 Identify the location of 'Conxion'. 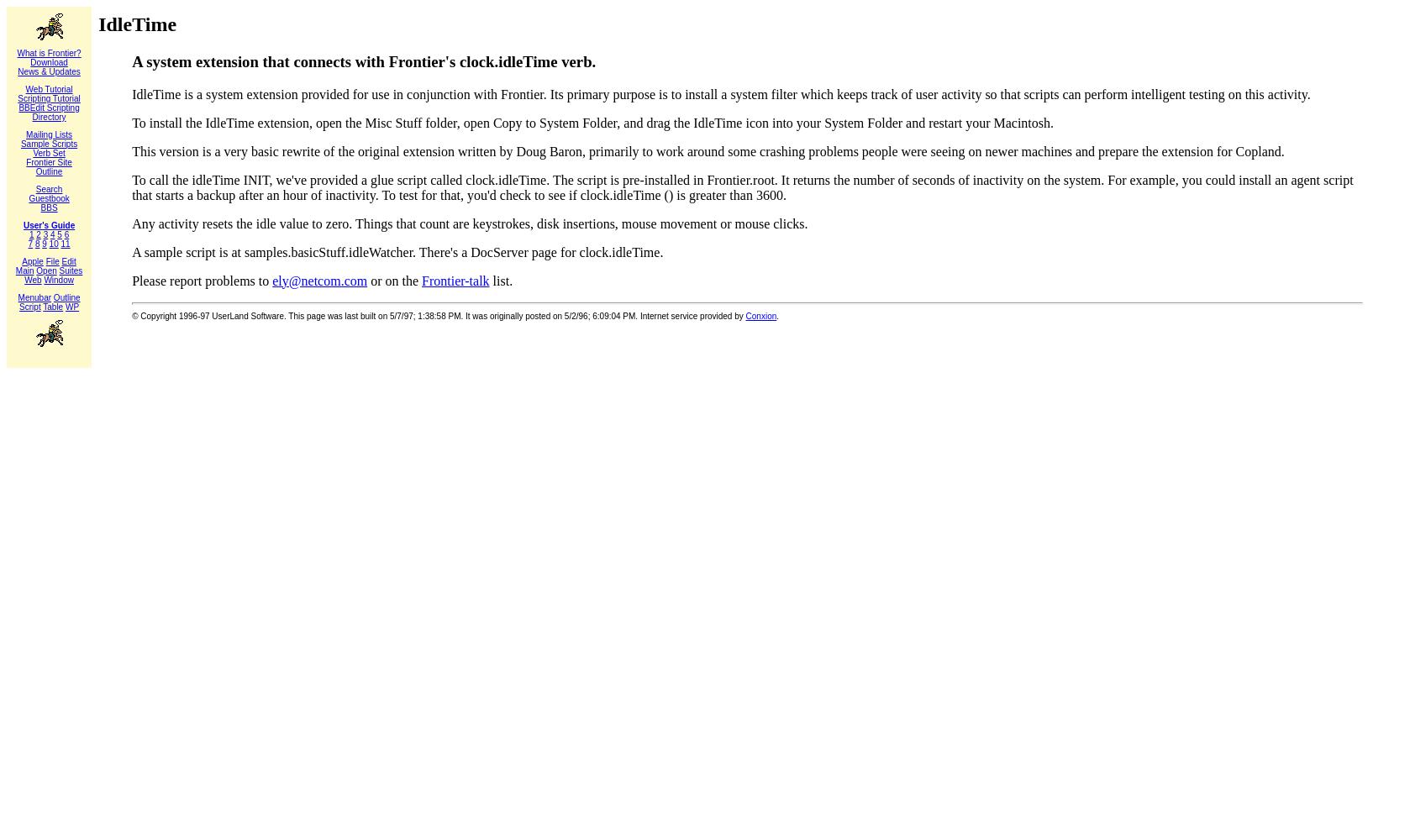
(760, 315).